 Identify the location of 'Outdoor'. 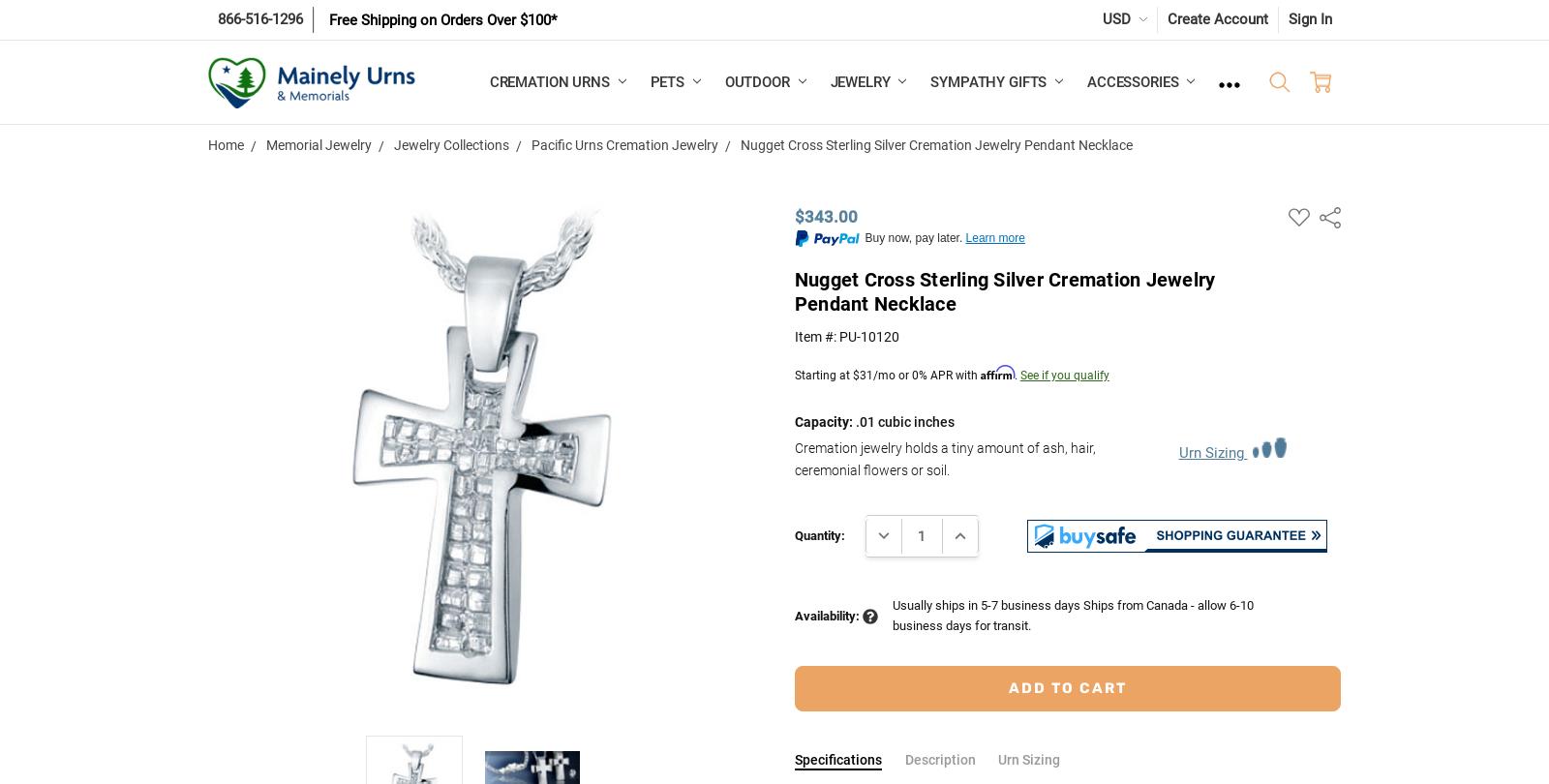
(758, 81).